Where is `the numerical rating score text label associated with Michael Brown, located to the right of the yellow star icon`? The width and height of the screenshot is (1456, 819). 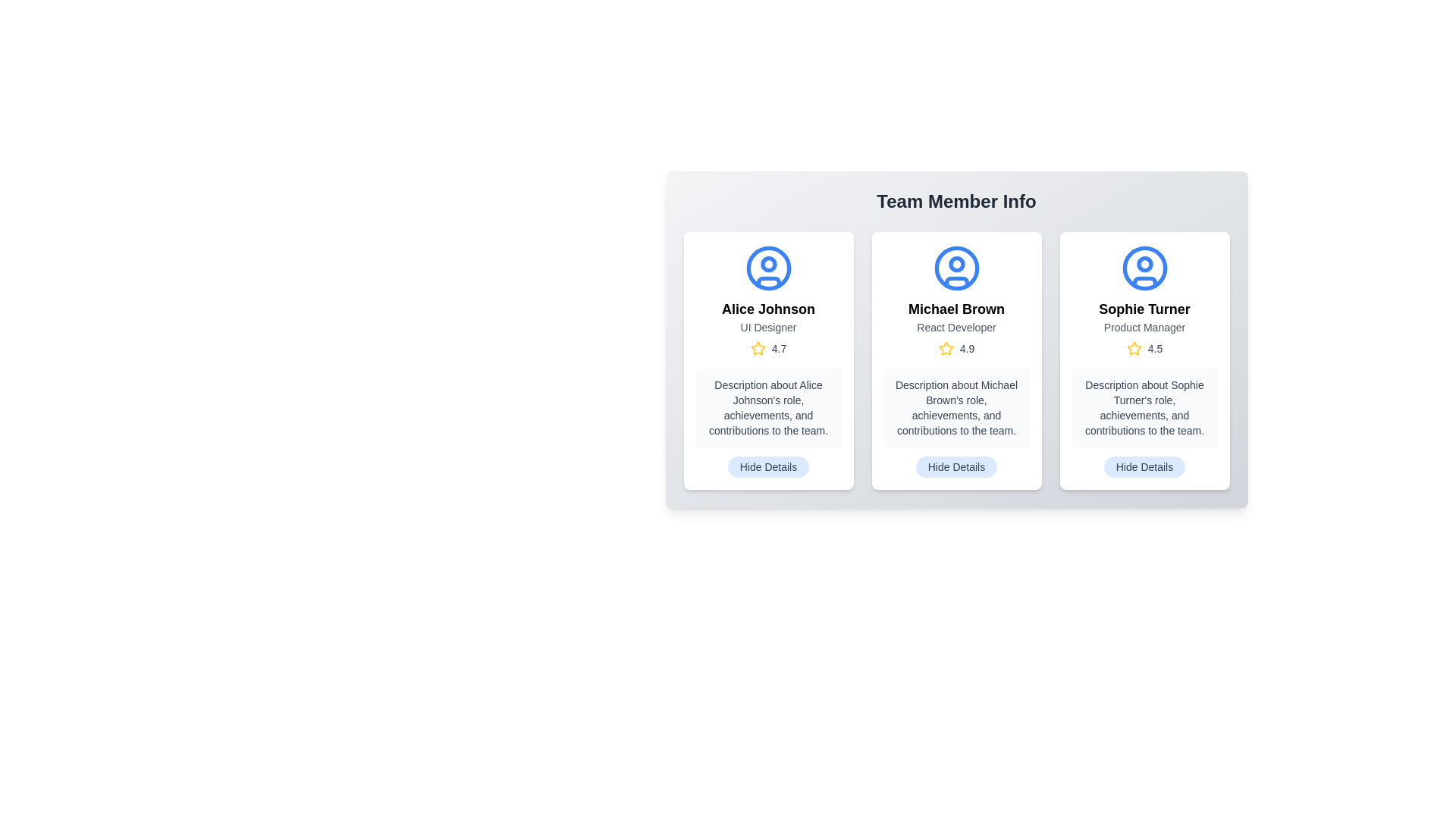 the numerical rating score text label associated with Michael Brown, located to the right of the yellow star icon is located at coordinates (966, 348).